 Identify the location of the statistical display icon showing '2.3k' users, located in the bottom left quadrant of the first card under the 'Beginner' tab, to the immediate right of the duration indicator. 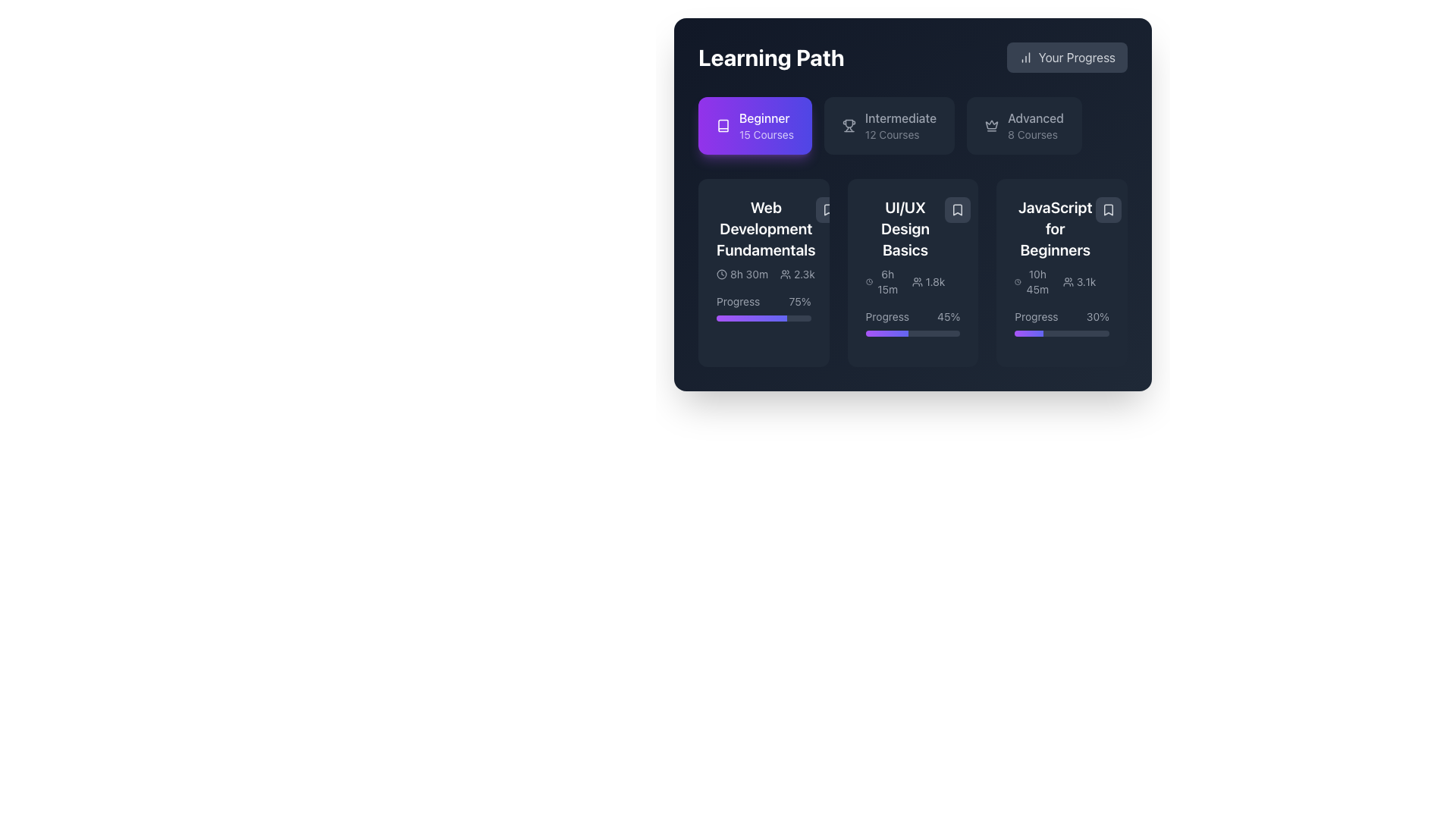
(796, 275).